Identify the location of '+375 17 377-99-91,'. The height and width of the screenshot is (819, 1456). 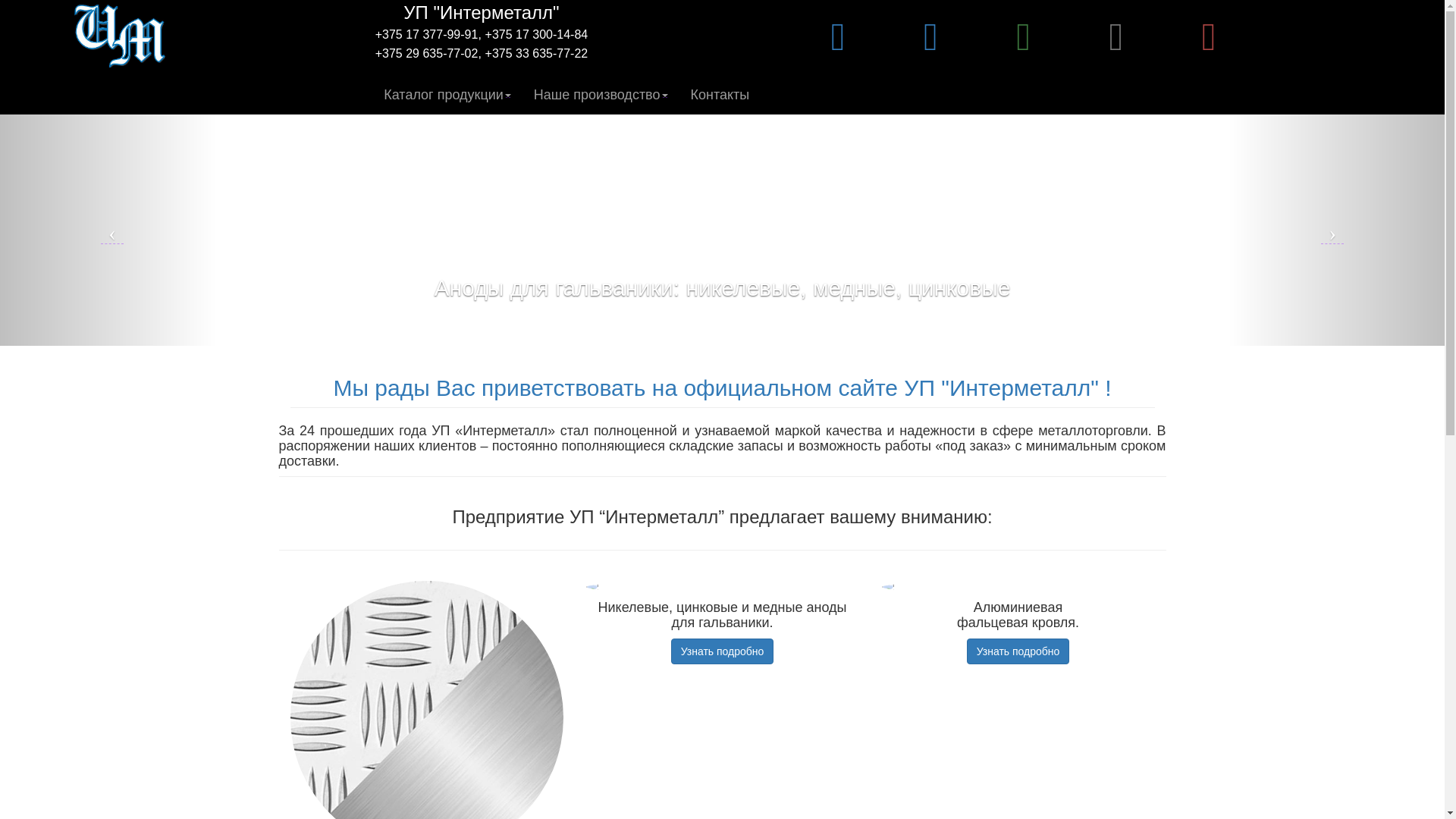
(428, 34).